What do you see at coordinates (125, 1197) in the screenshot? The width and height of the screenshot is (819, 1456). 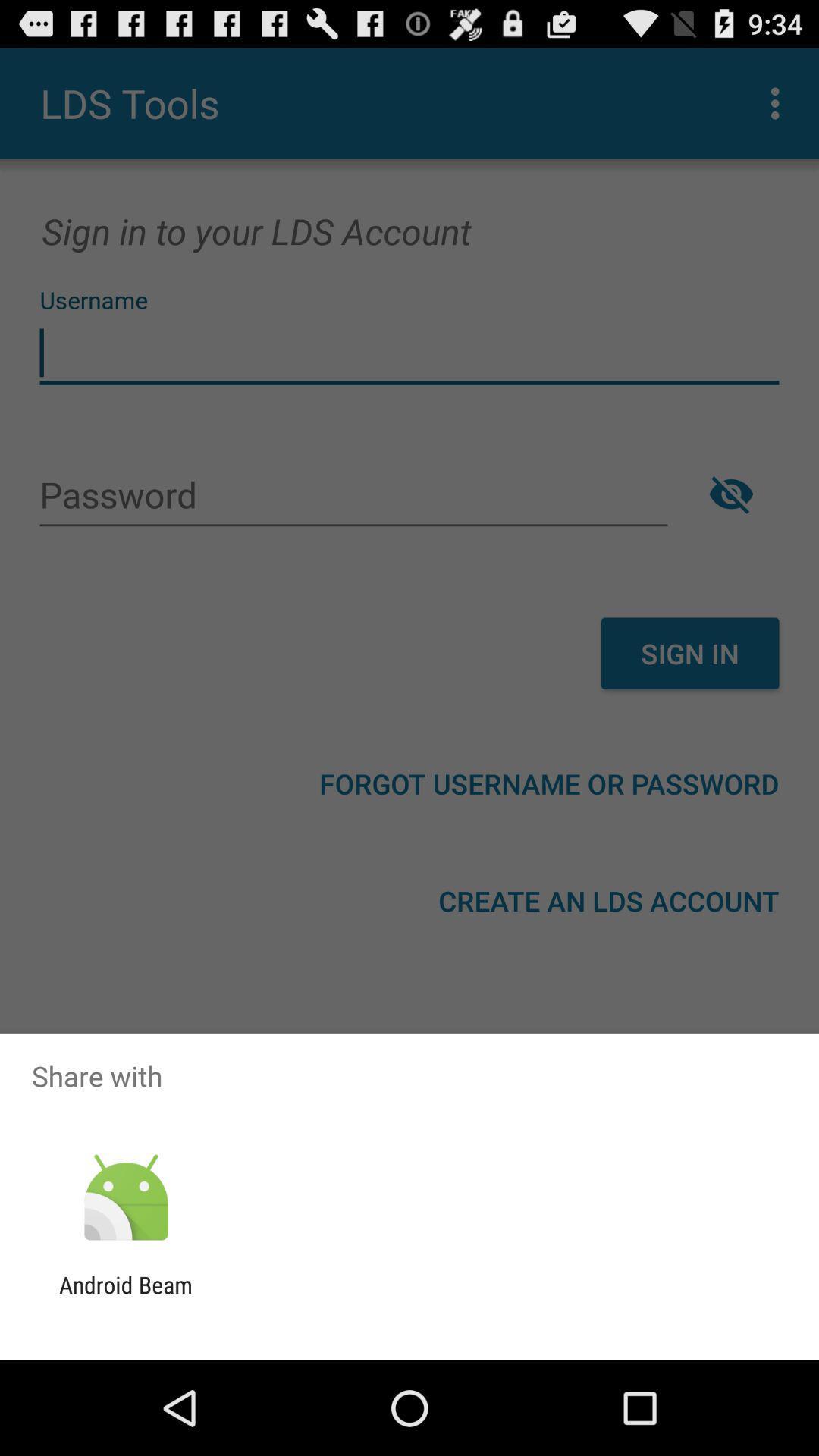 I see `the app below share with` at bounding box center [125, 1197].